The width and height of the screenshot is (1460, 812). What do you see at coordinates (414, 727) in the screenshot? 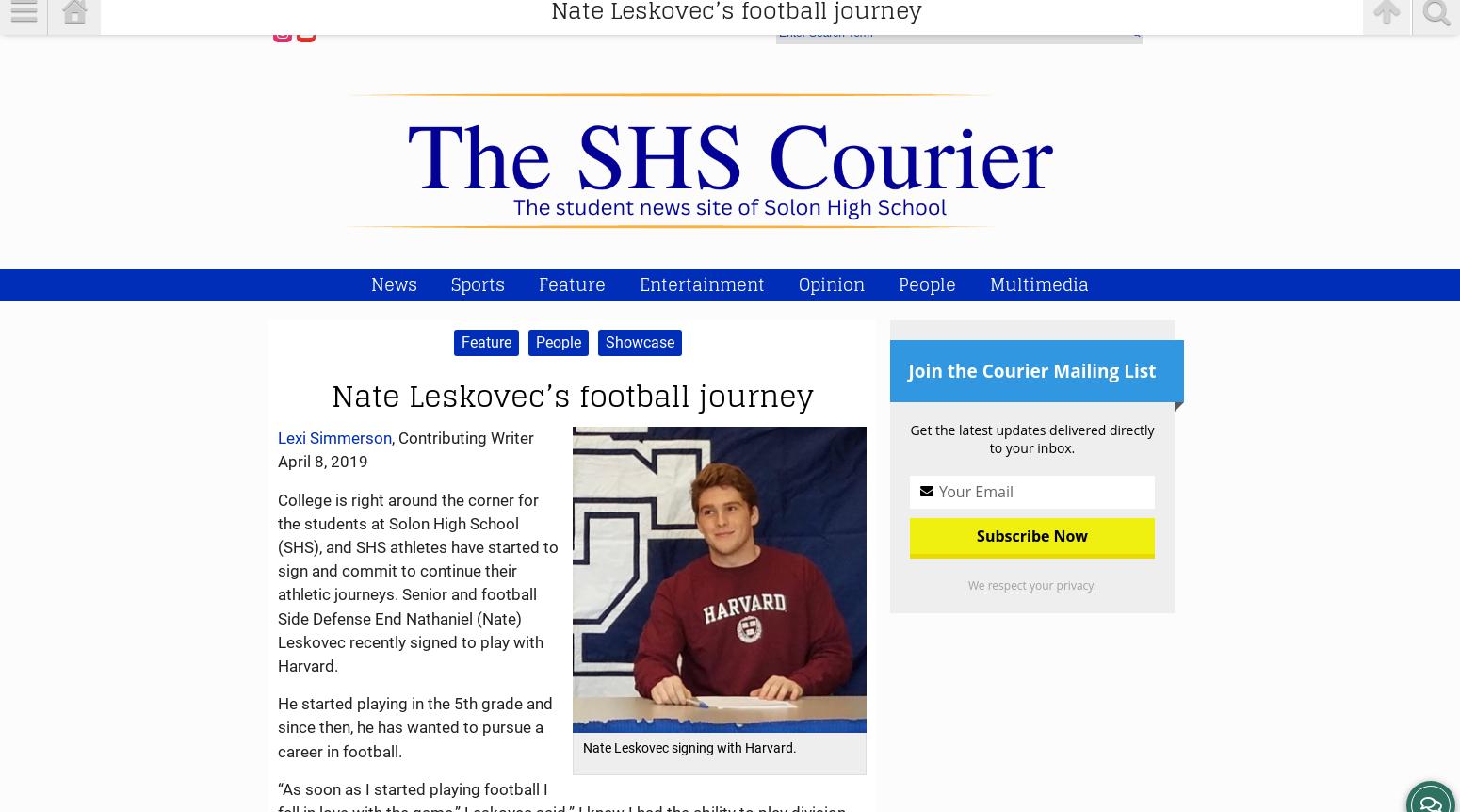
I see `'He started playing in the 5th grade and since then, he has wanted to pursue a career in football.'` at bounding box center [414, 727].